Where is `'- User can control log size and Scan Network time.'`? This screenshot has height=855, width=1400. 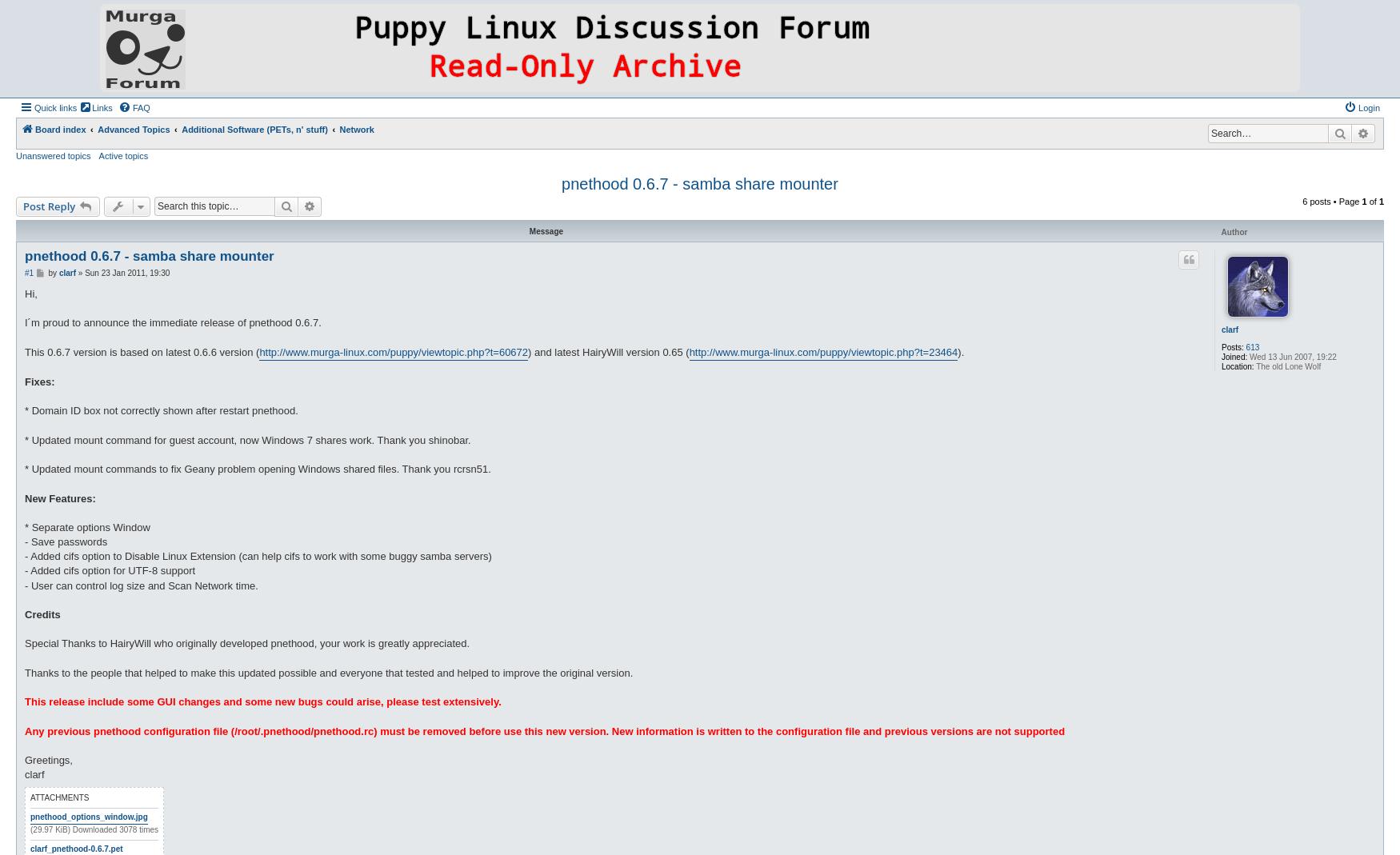
'- User can control log size and Scan Network time.' is located at coordinates (140, 584).